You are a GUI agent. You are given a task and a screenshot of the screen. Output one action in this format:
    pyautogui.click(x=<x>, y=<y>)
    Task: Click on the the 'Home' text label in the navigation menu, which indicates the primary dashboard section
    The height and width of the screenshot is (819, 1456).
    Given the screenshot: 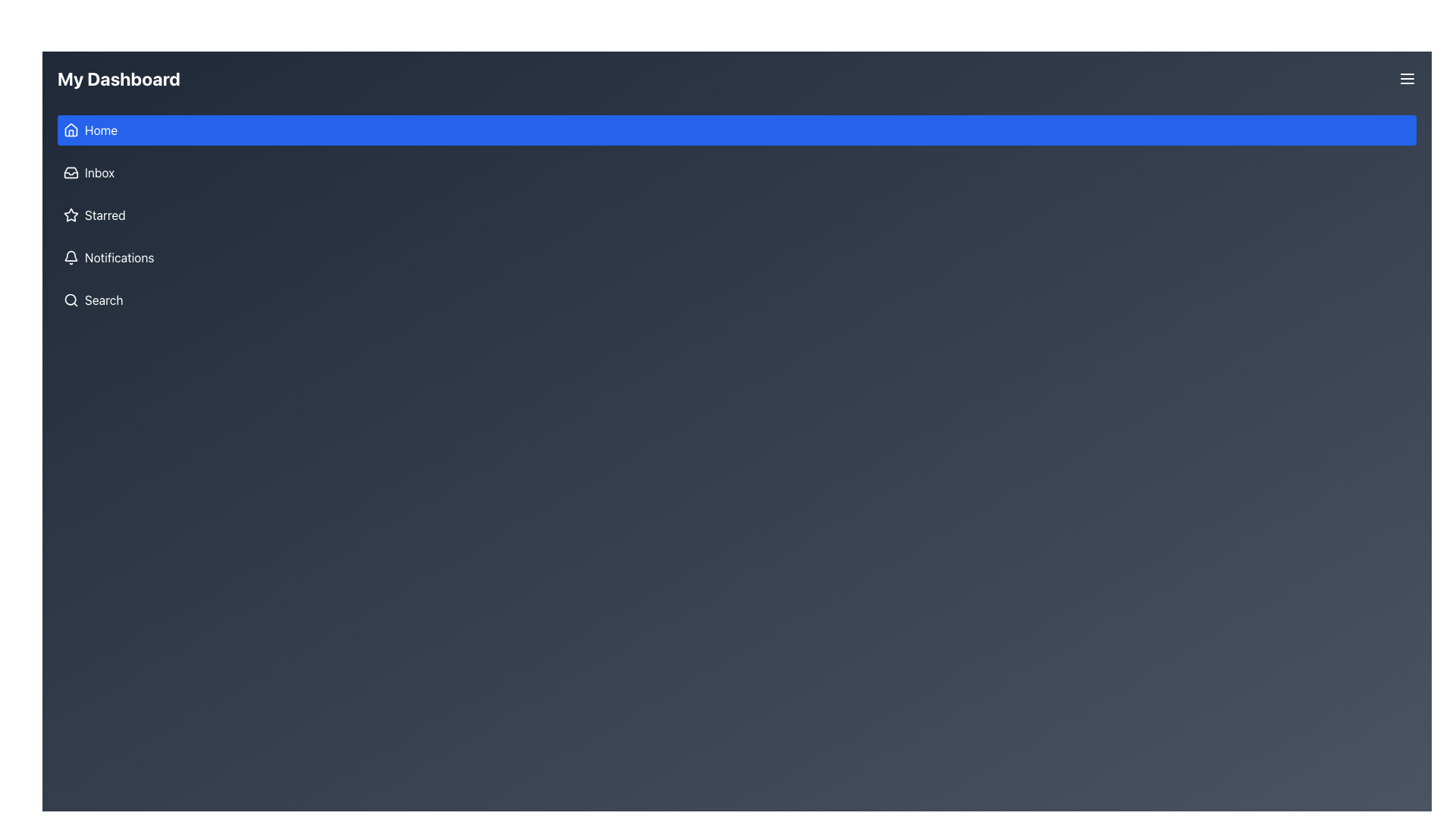 What is the action you would take?
    pyautogui.click(x=100, y=130)
    